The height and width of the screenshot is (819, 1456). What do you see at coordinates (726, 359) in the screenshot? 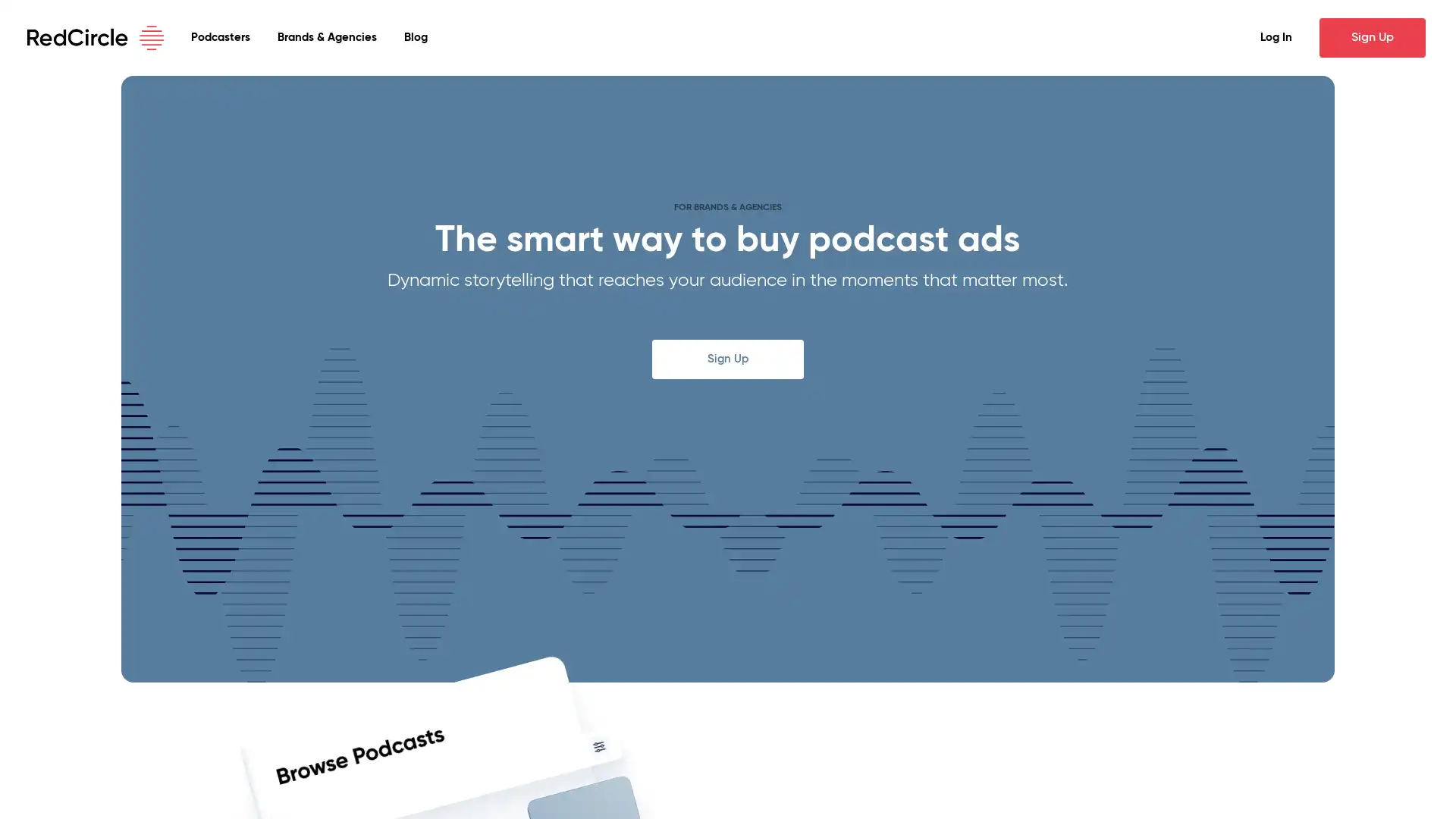
I see `Sign Up` at bounding box center [726, 359].